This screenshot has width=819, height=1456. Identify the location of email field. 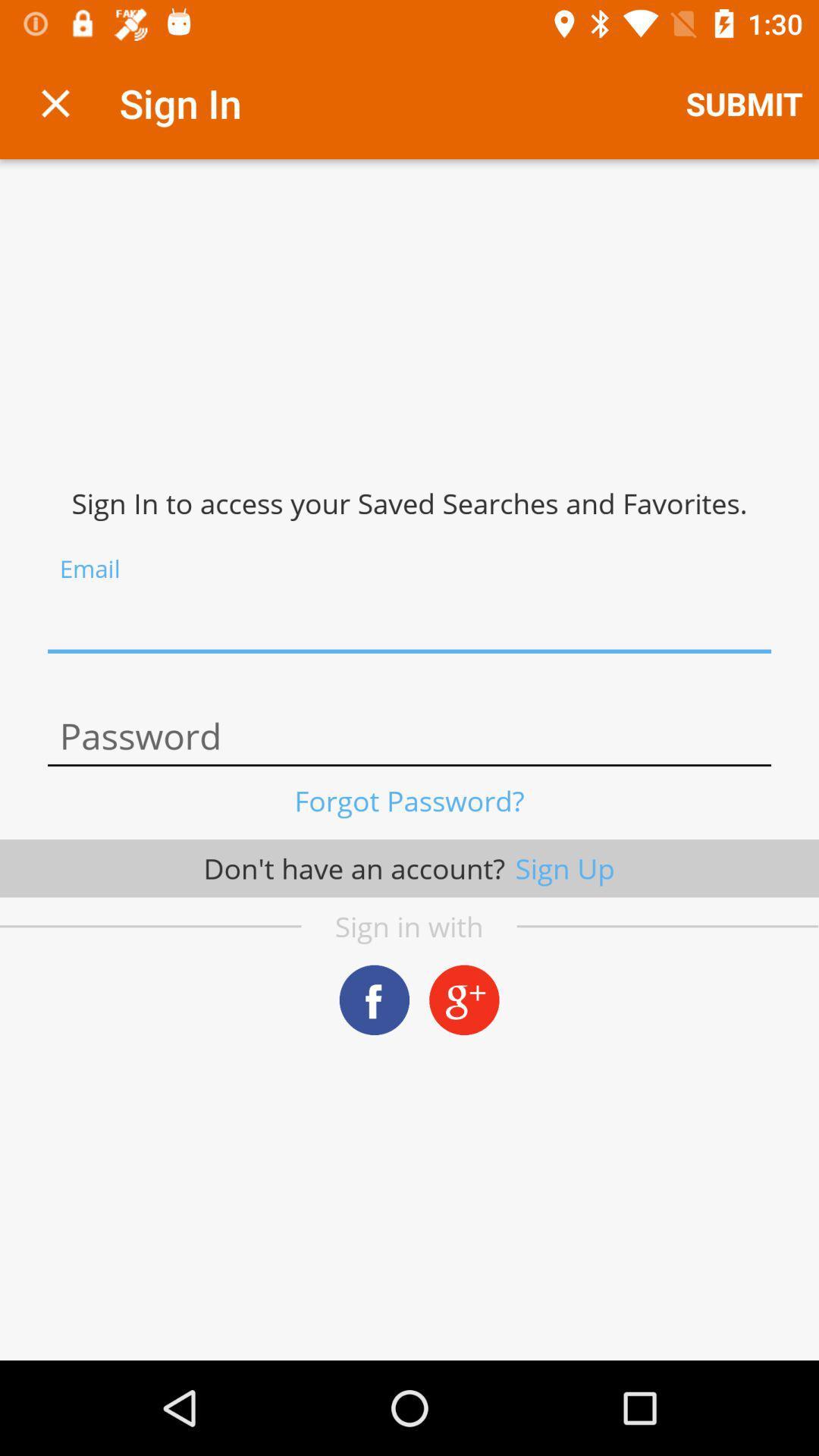
(409, 622).